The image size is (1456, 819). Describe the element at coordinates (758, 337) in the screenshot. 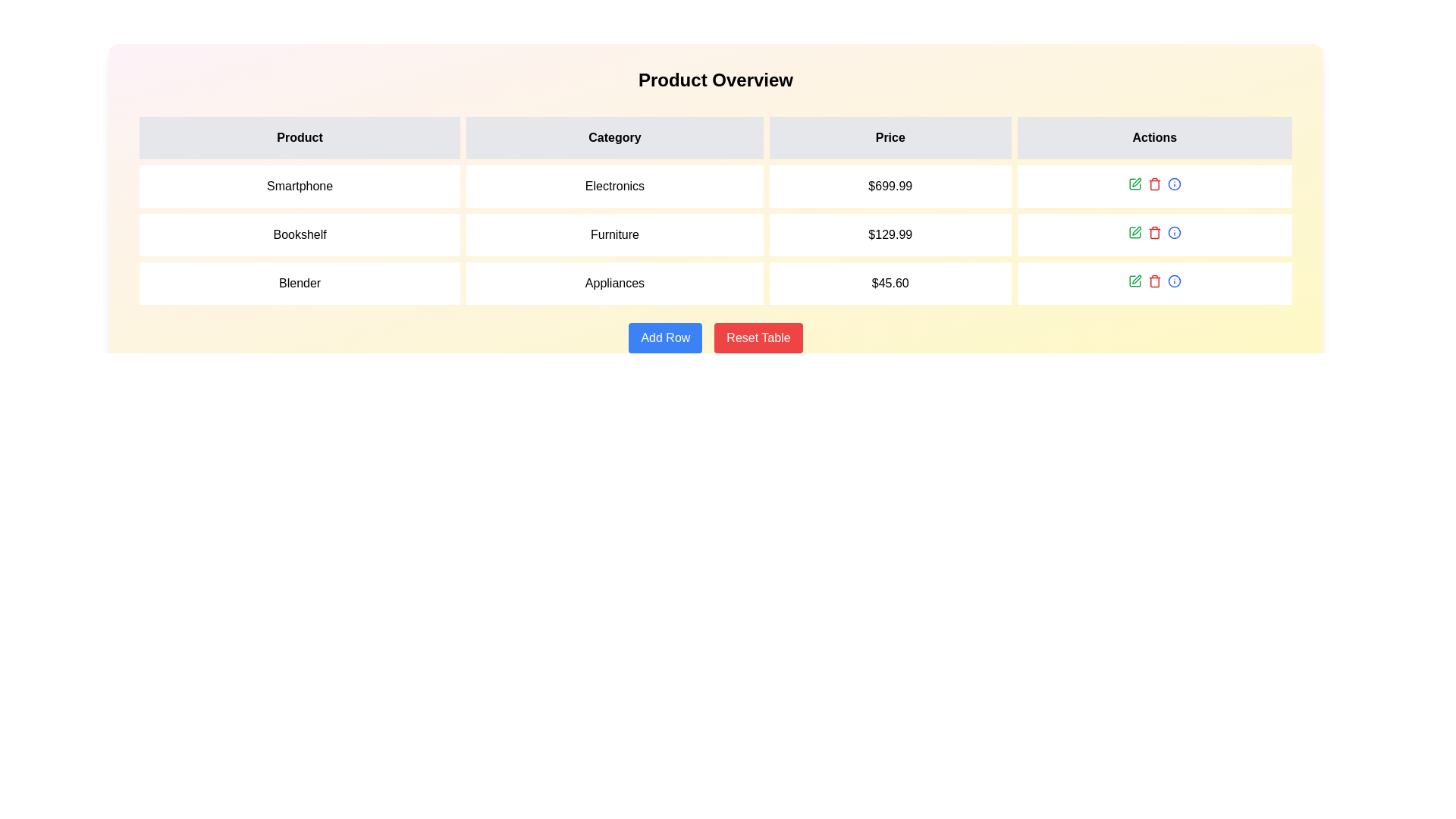

I see `the reset button located to the right of the 'Add Row' button at the bottom center of the interface to reset the table` at that location.